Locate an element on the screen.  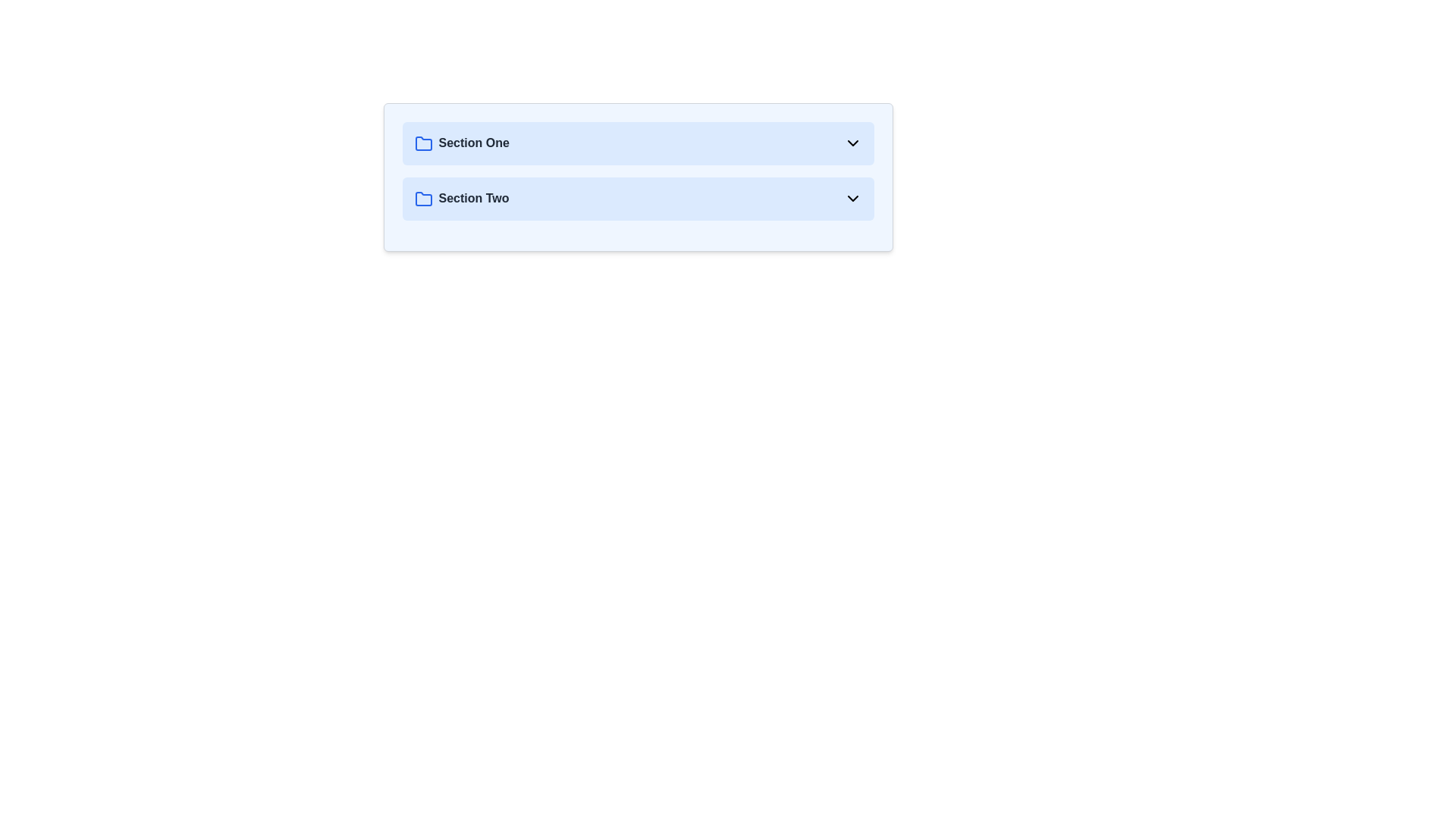
the folder icon representing 'Section One' is located at coordinates (423, 143).